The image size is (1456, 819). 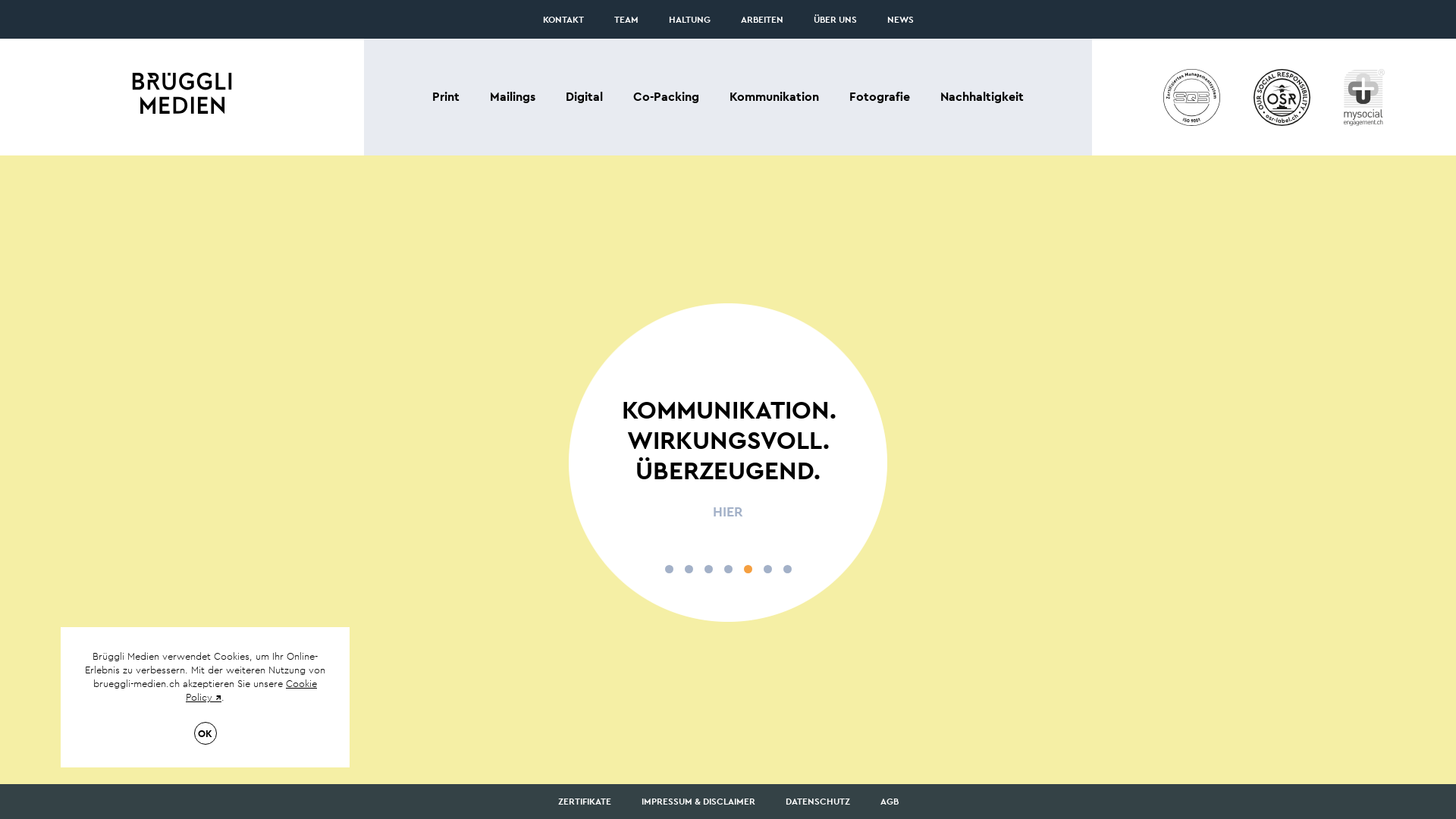 I want to click on 'ZERTIFIKATE', so click(x=584, y=800).